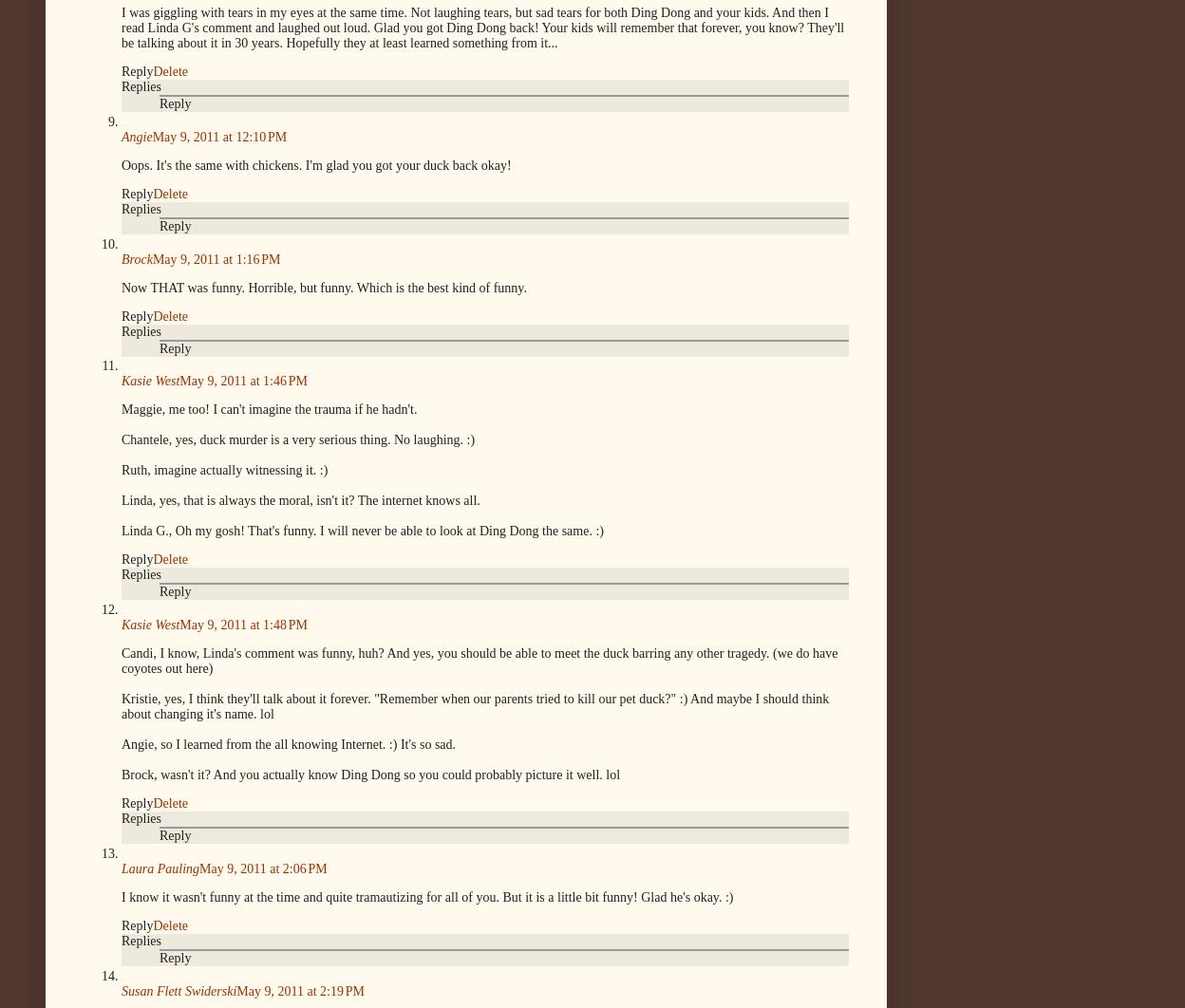  What do you see at coordinates (474, 706) in the screenshot?
I see `'Kristie, yes, I think they'll talk about it forever. "Remember when our parents tried to kill our pet duck?" :) And maybe I should think about changing it's name. lol'` at bounding box center [474, 706].